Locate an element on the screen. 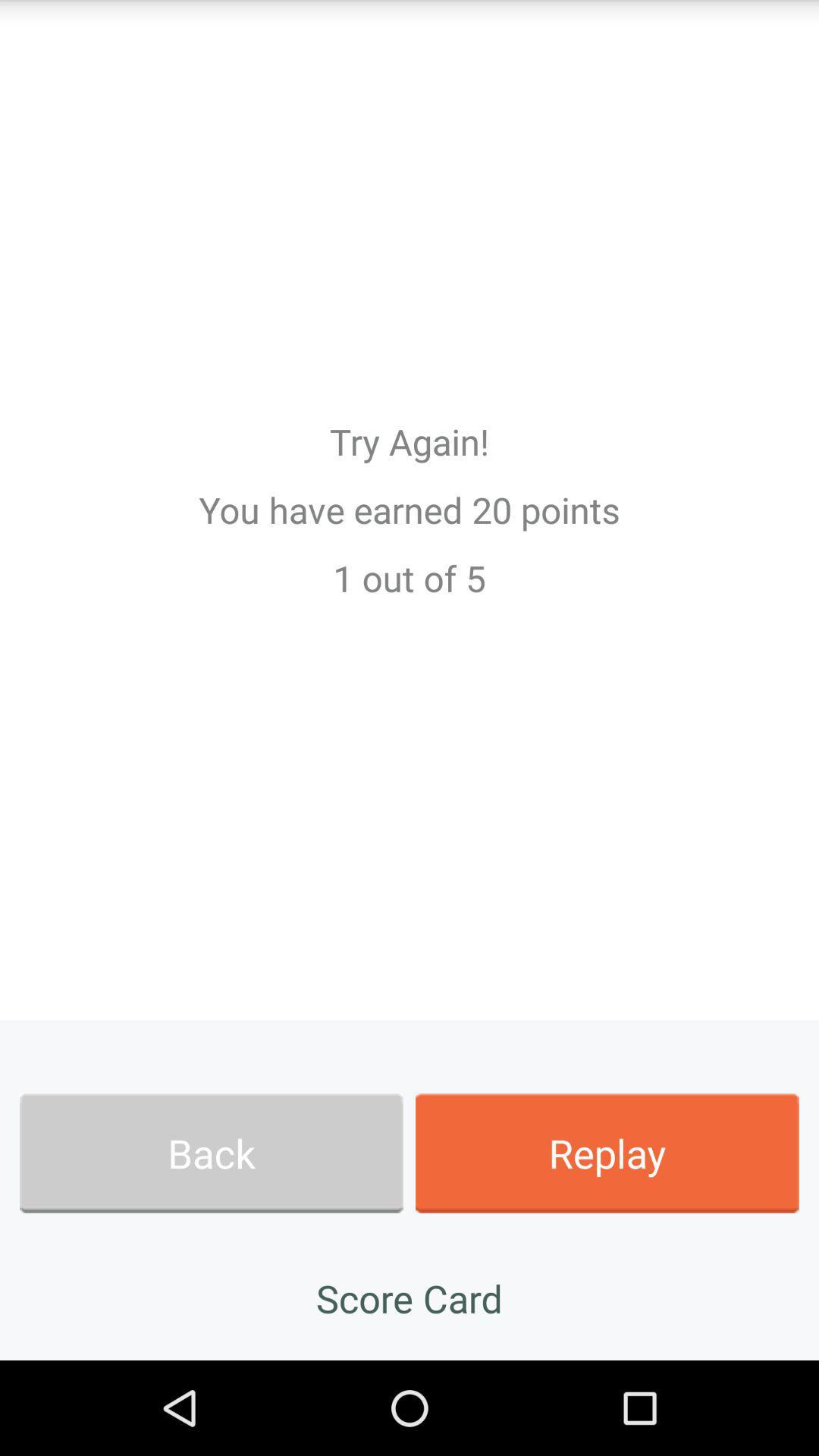  the back icon is located at coordinates (211, 1153).